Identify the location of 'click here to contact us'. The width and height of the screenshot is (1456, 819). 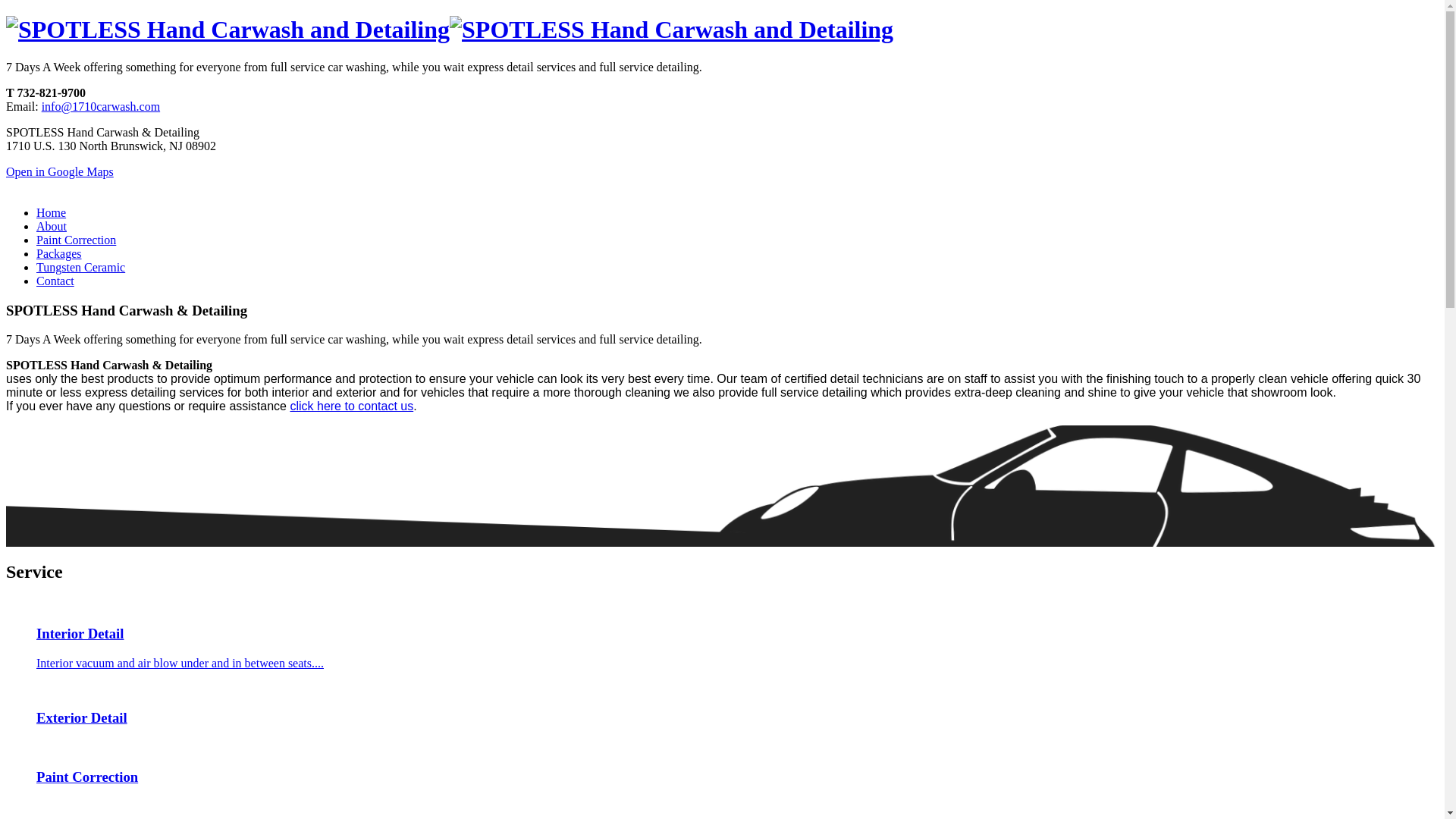
(290, 405).